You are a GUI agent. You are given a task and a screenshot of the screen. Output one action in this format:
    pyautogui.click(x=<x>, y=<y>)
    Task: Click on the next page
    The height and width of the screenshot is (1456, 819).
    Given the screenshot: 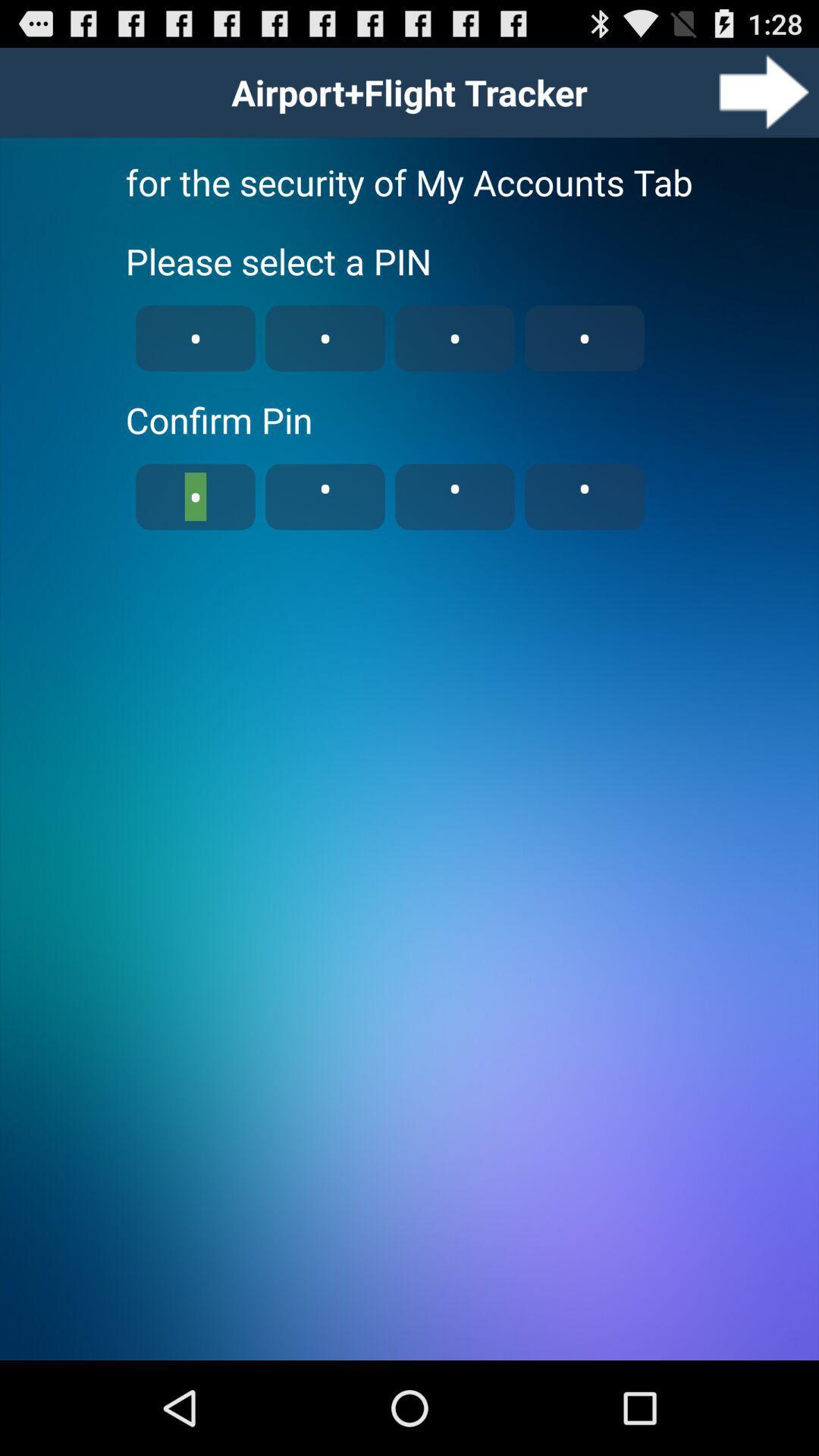 What is the action you would take?
    pyautogui.click(x=764, y=91)
    